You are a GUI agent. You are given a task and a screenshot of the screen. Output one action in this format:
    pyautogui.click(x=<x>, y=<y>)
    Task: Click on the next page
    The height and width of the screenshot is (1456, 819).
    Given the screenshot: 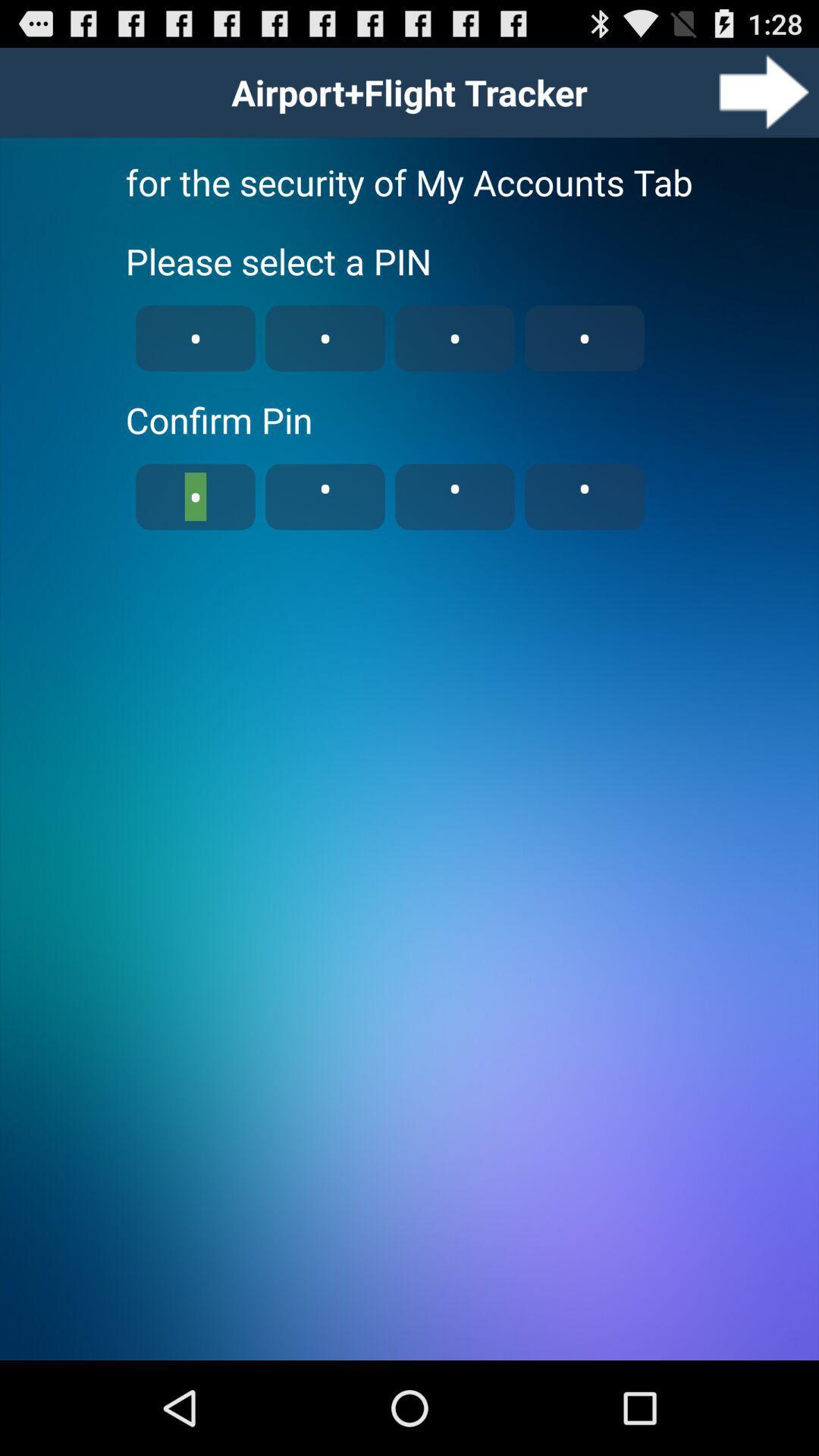 What is the action you would take?
    pyautogui.click(x=764, y=91)
    